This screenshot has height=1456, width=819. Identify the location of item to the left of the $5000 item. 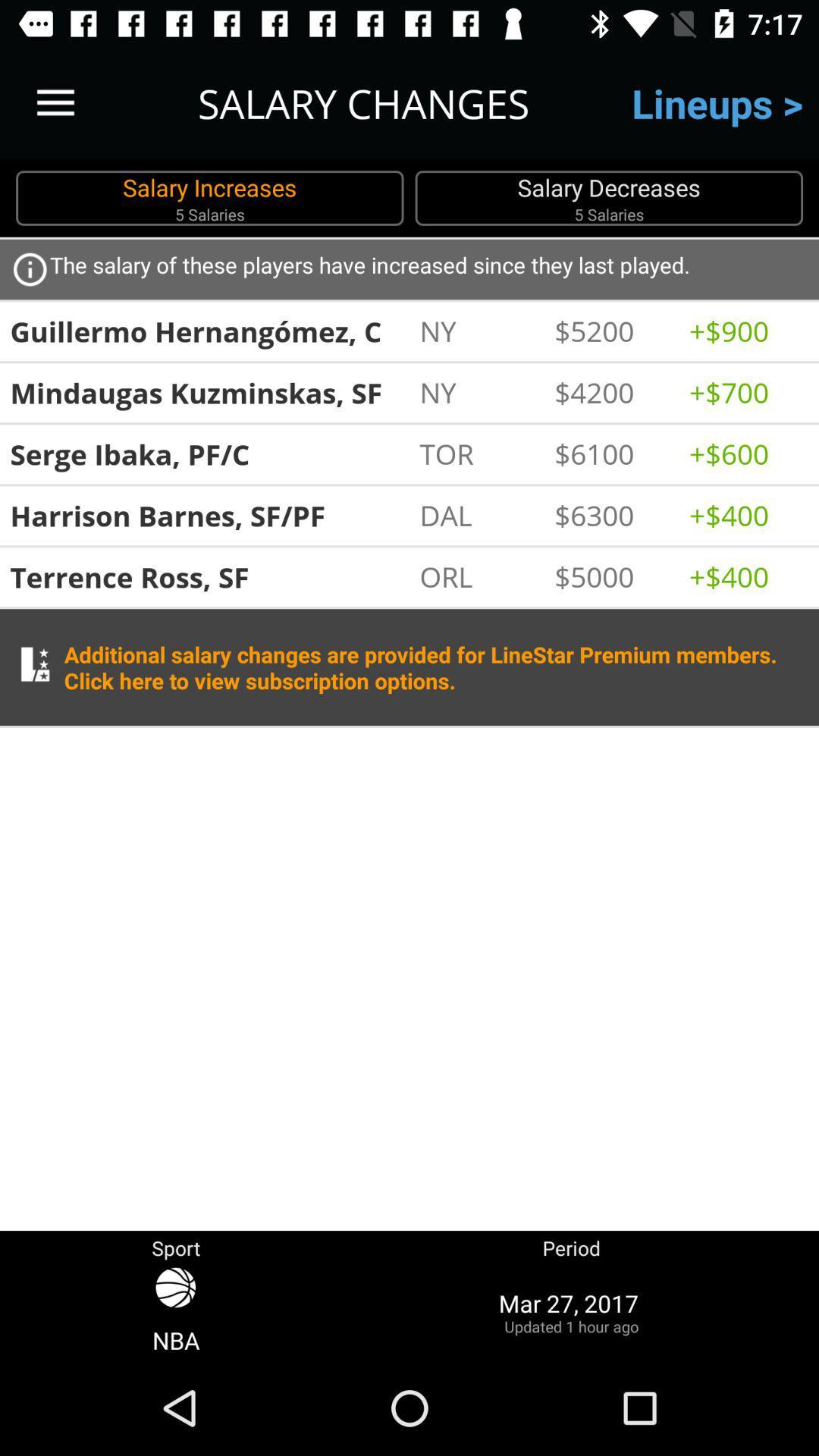
(479, 576).